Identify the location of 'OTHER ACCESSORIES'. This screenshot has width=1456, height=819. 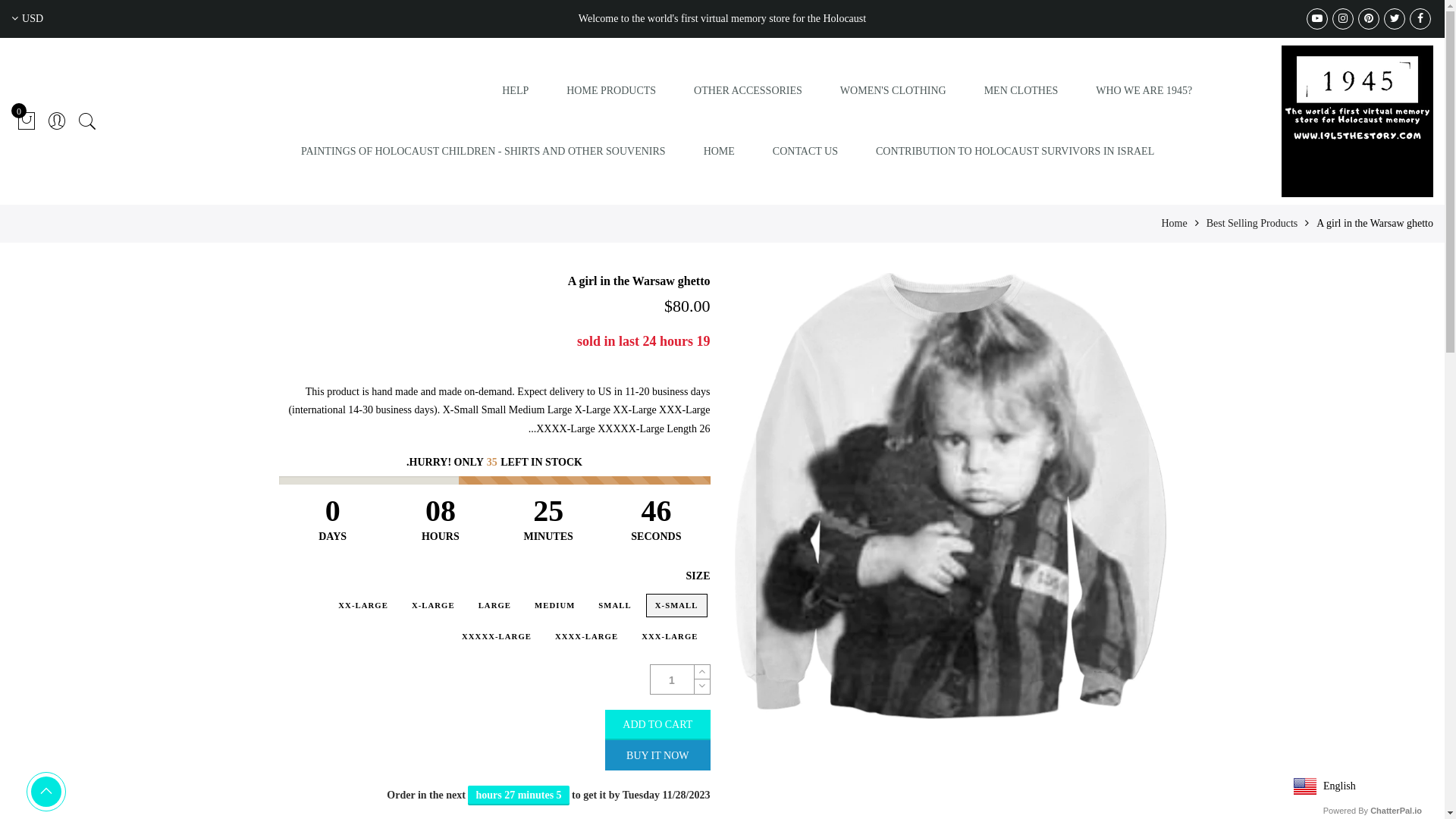
(693, 90).